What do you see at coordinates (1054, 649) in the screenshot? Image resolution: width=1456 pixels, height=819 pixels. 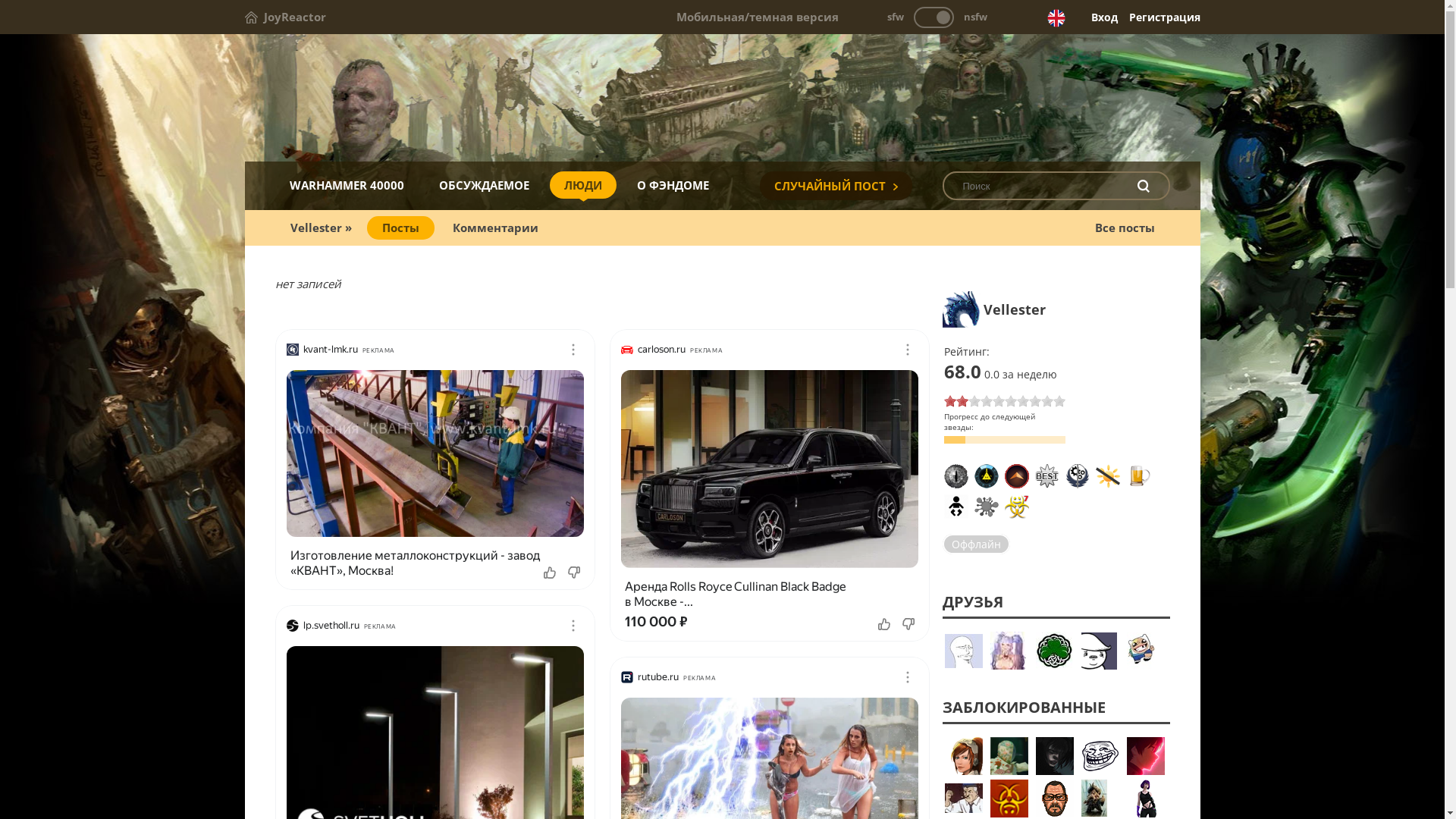 I see `'ShemRock'` at bounding box center [1054, 649].